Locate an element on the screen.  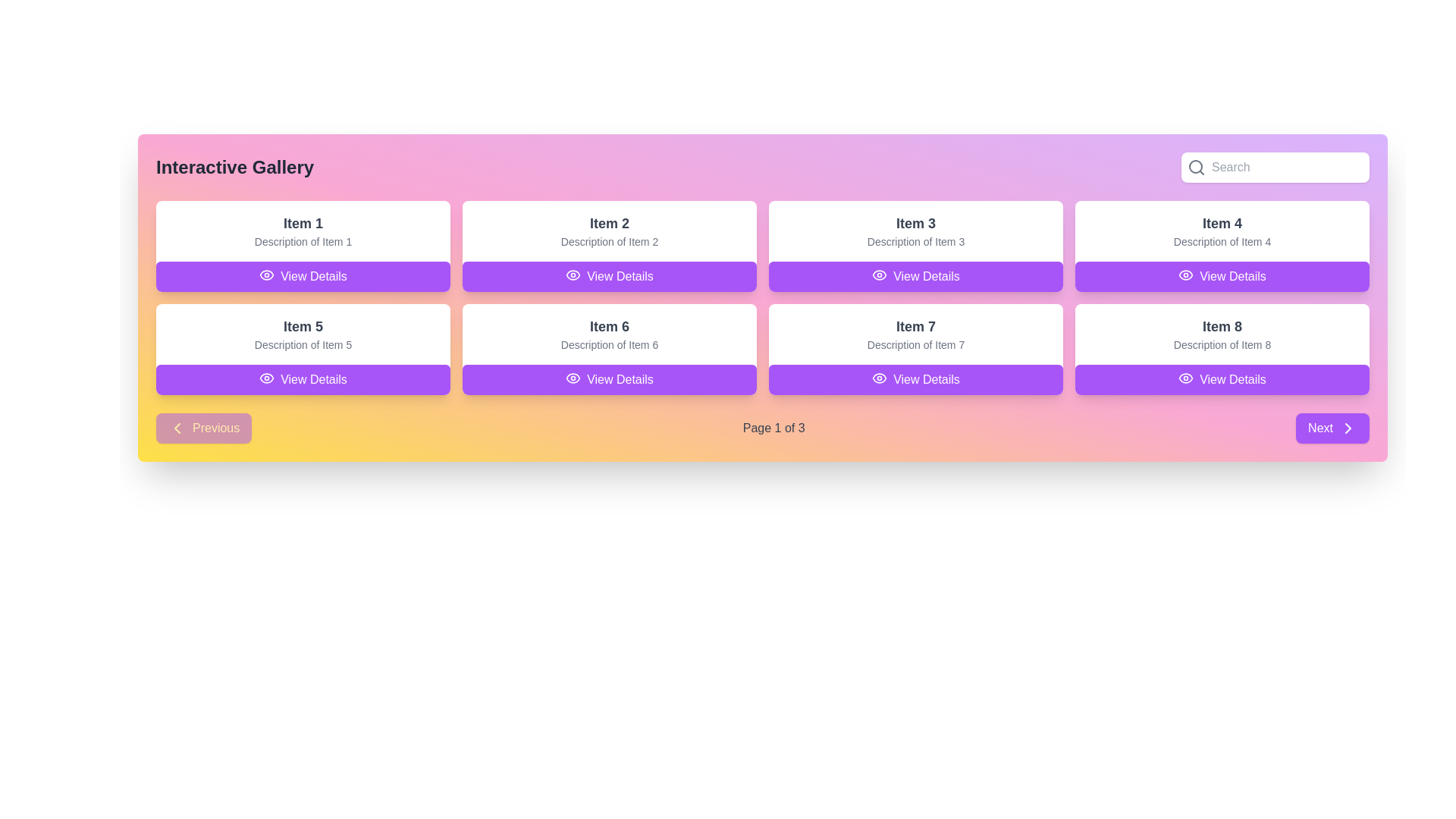
the bolded text label 'Item 5' located in the first column of the second row in the grid layout is located at coordinates (303, 326).